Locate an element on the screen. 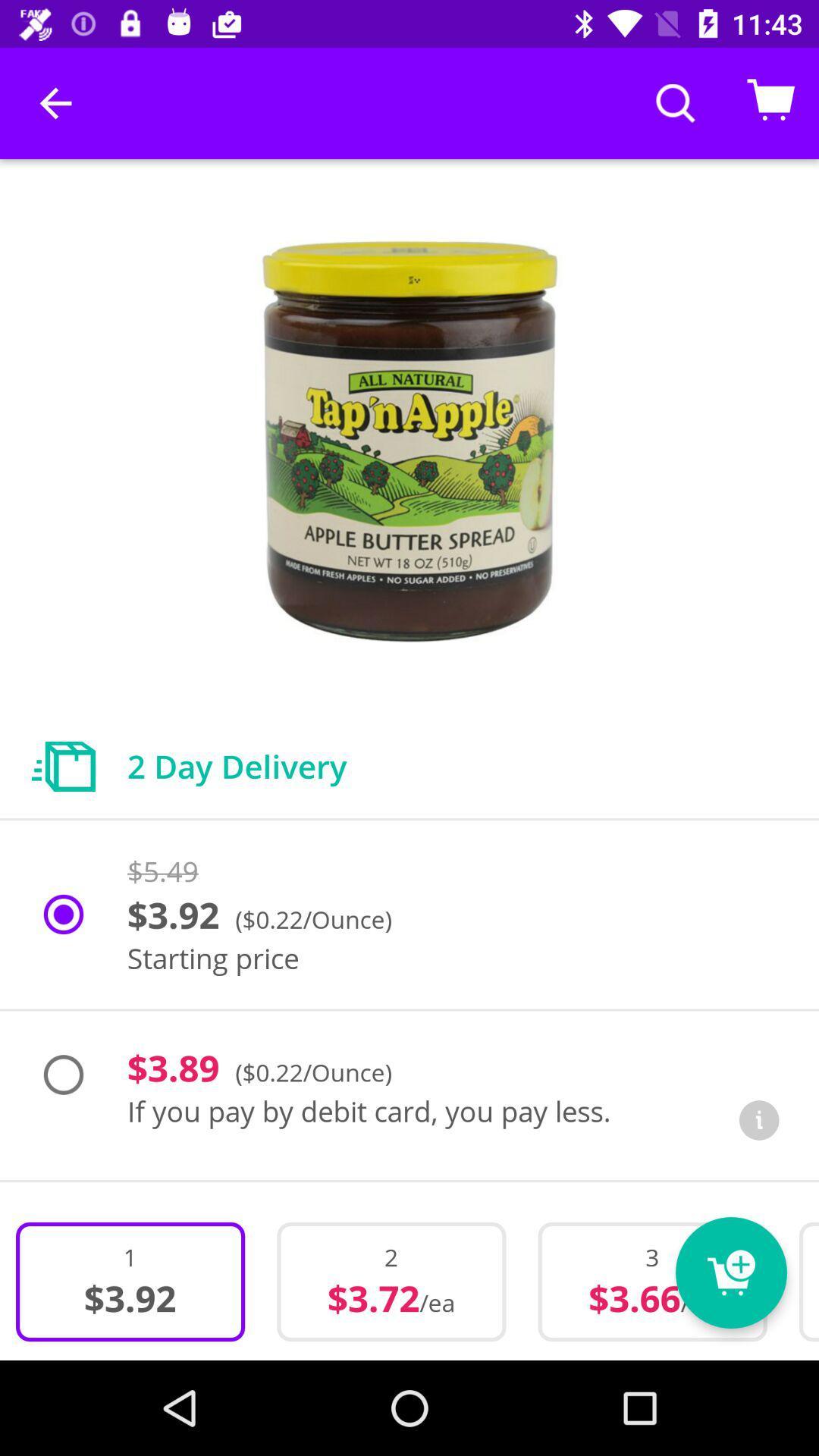 The height and width of the screenshot is (1456, 819). the cart icon is located at coordinates (730, 1272).